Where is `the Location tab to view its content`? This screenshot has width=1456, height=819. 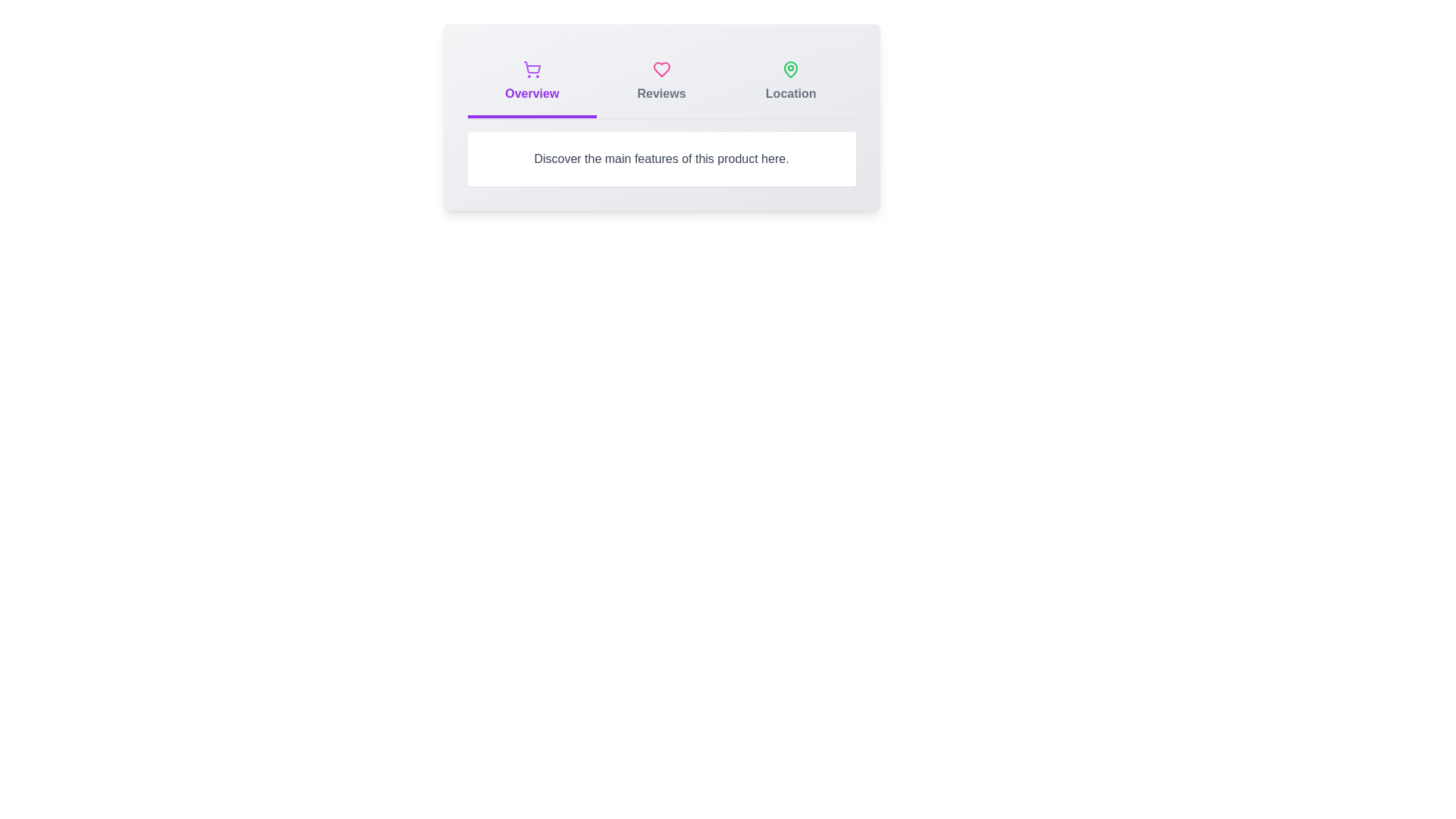 the Location tab to view its content is located at coordinates (789, 83).